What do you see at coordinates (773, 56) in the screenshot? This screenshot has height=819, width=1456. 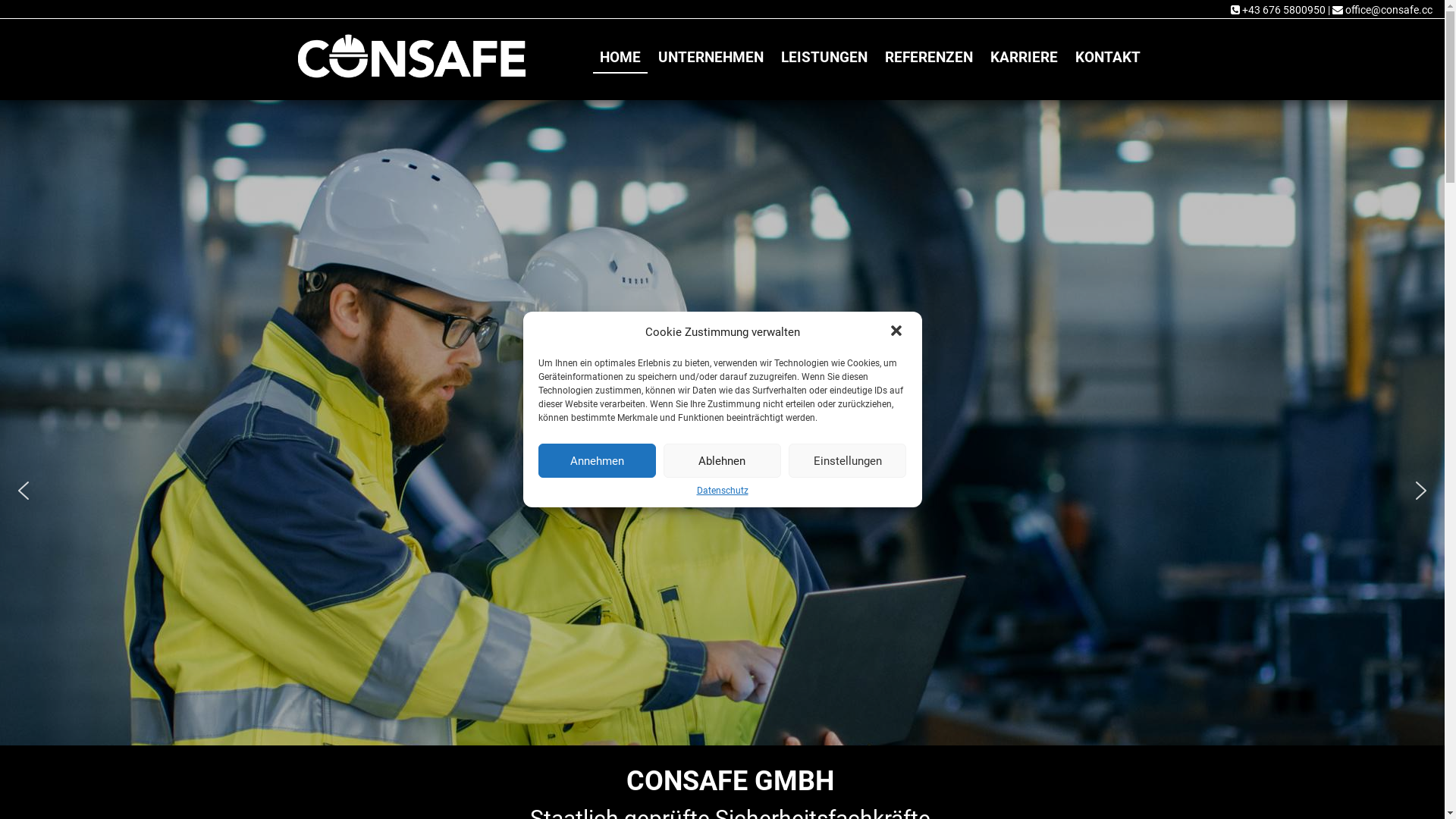 I see `'LEISTUNGEN'` at bounding box center [773, 56].